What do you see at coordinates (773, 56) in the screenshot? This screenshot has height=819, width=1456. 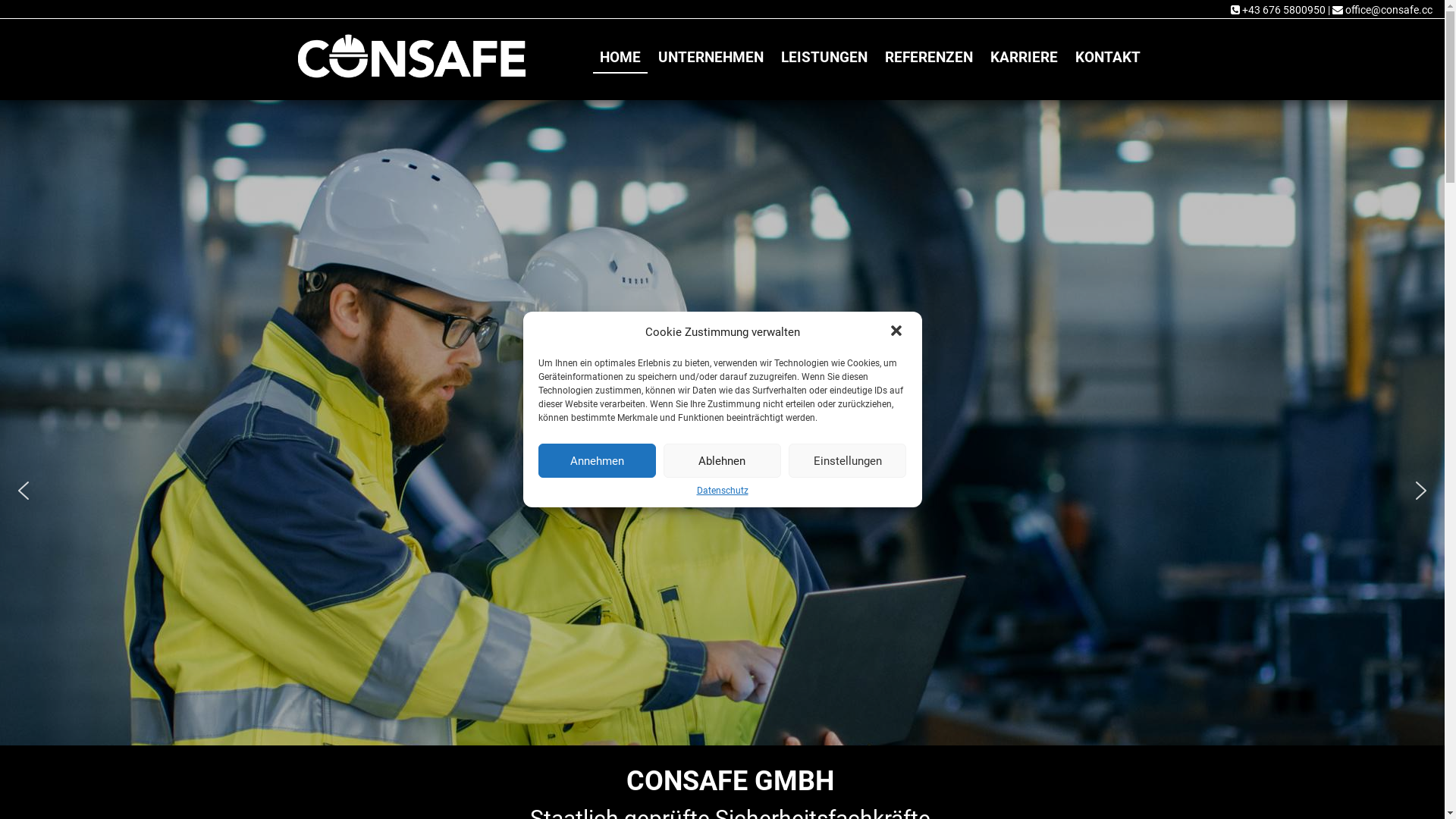 I see `'LEISTUNGEN'` at bounding box center [773, 56].